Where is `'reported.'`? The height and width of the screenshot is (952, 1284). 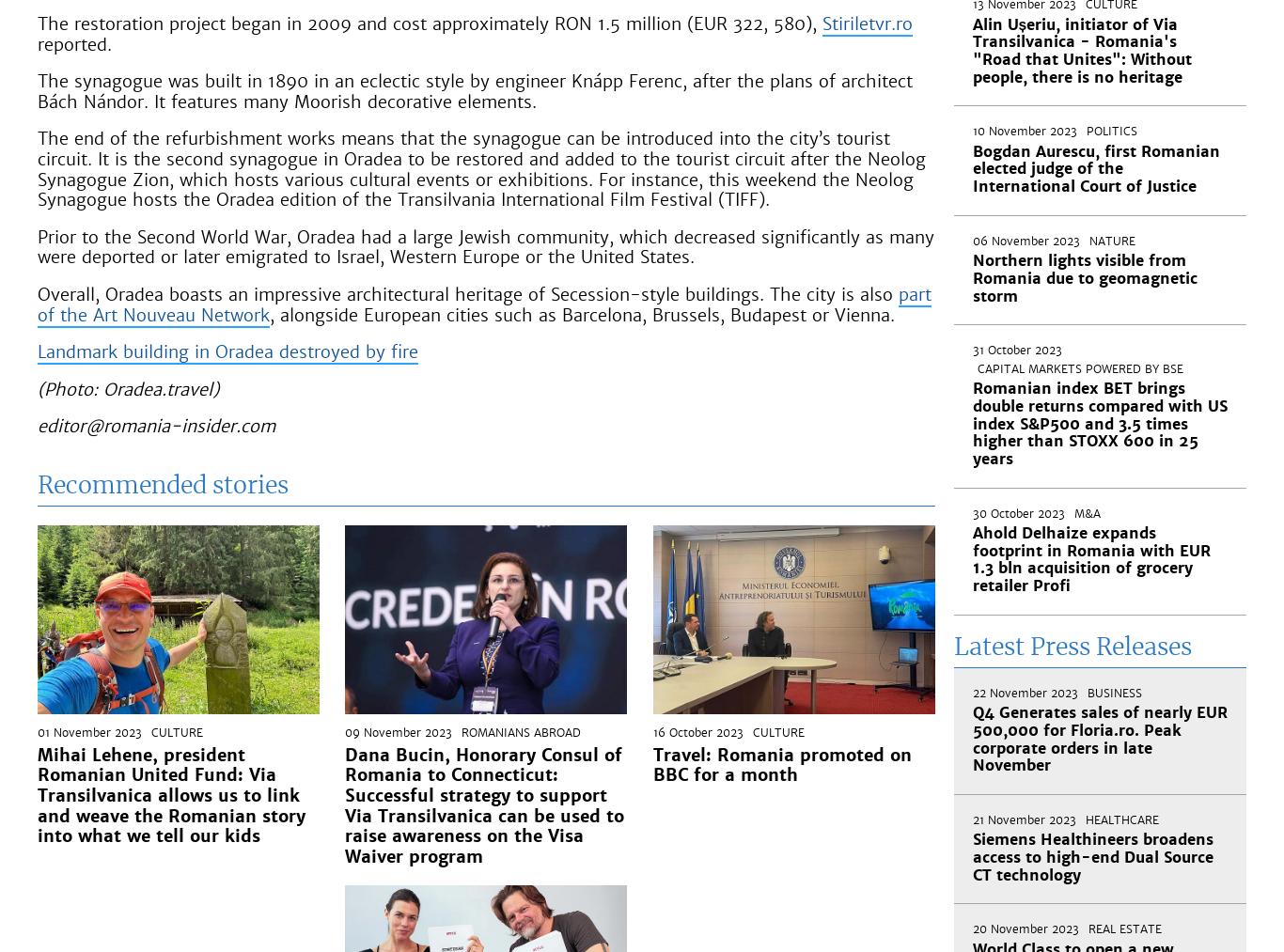
'reported.' is located at coordinates (74, 42).